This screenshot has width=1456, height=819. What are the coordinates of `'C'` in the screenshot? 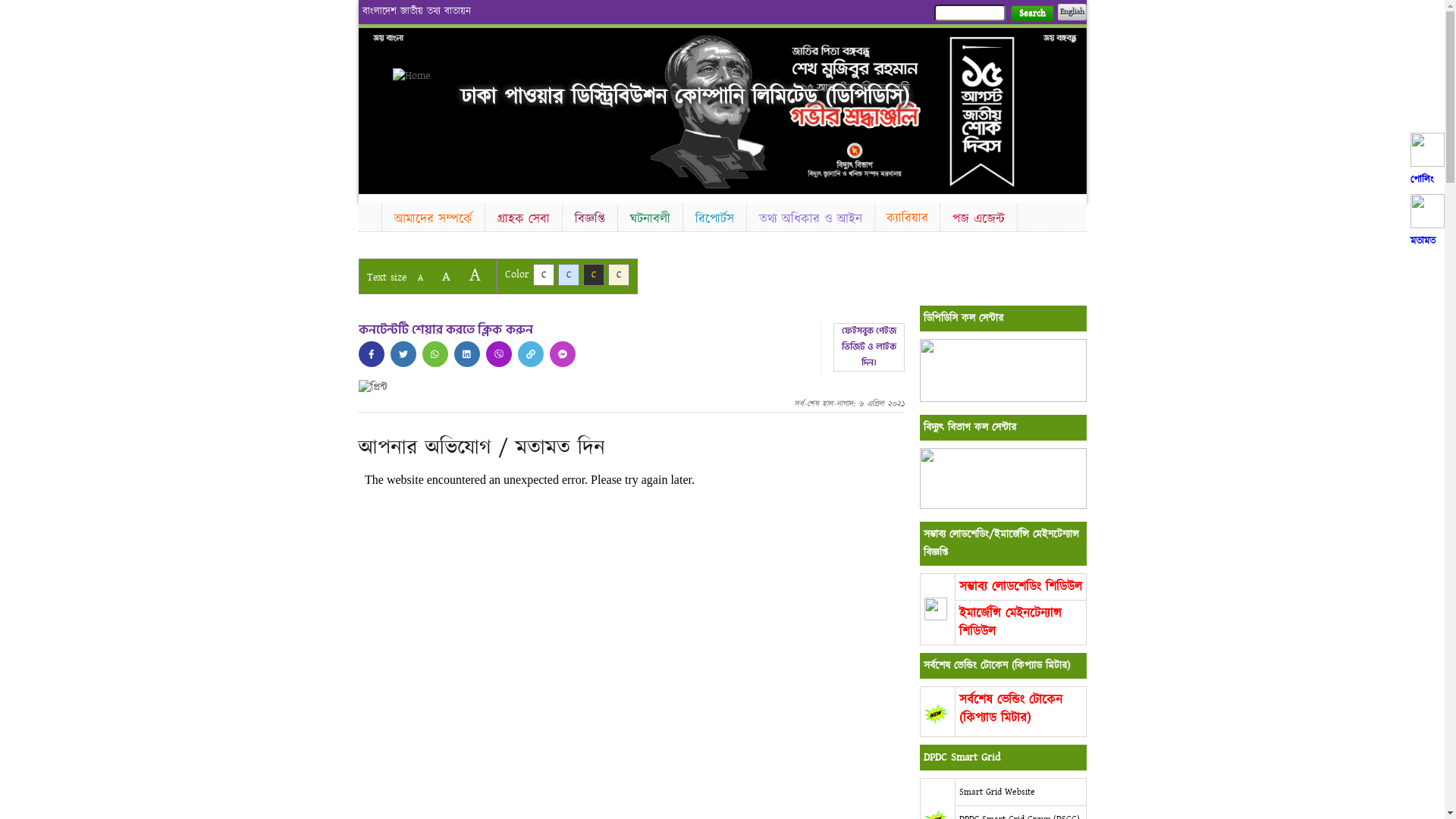 It's located at (592, 275).